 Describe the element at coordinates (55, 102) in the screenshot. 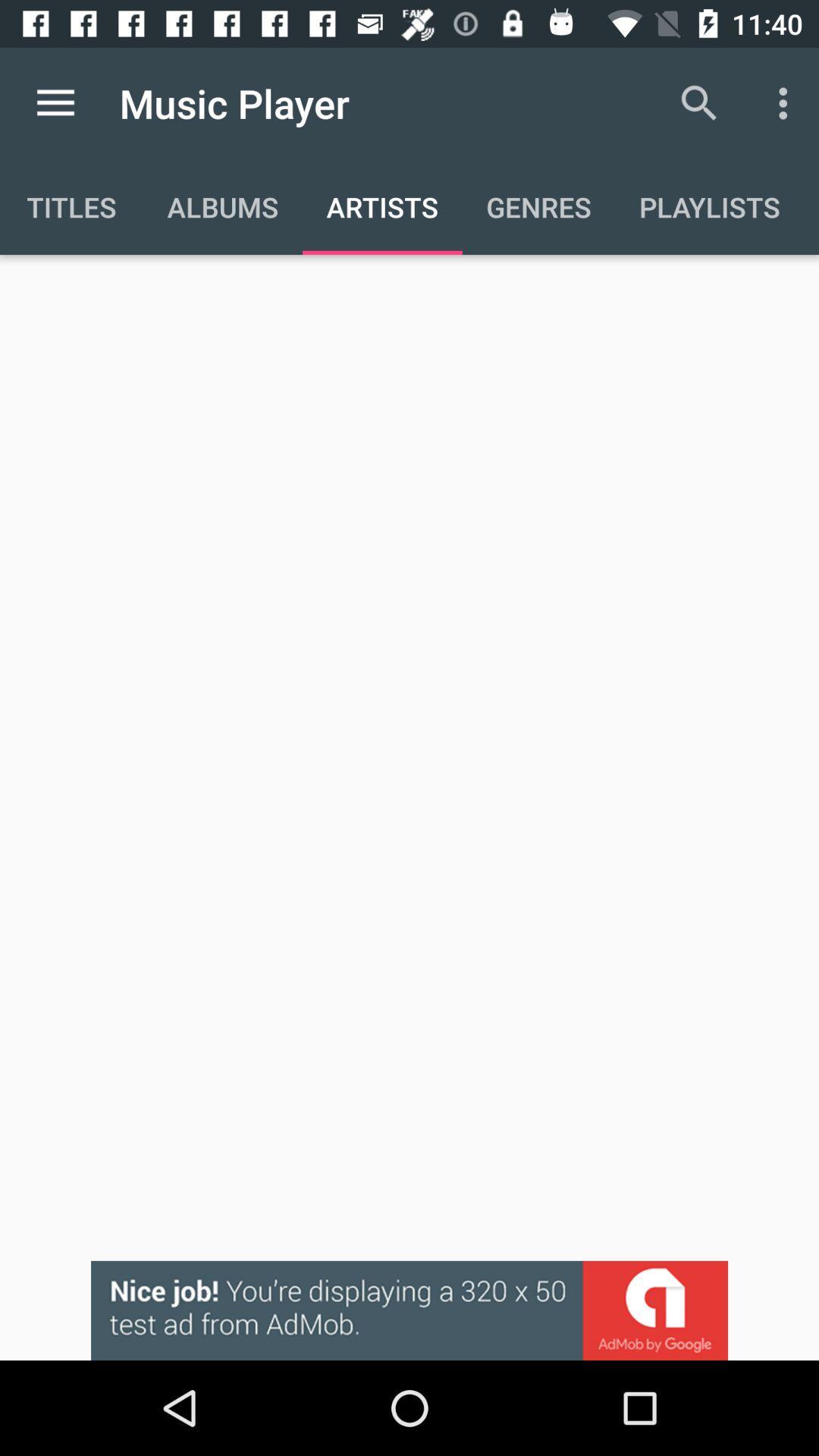

I see `open menu` at that location.